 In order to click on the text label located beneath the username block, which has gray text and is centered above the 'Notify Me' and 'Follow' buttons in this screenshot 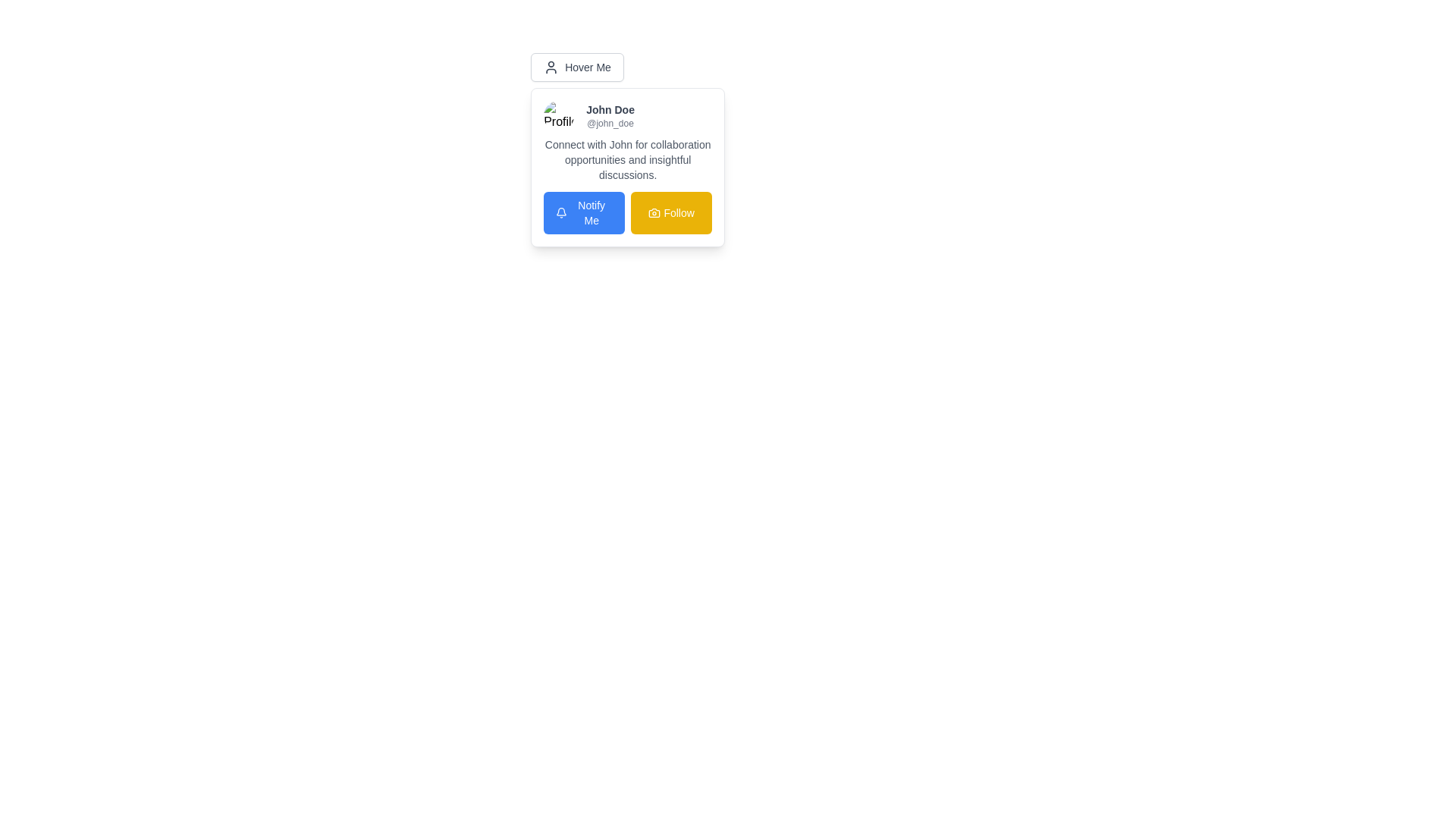, I will do `click(628, 160)`.